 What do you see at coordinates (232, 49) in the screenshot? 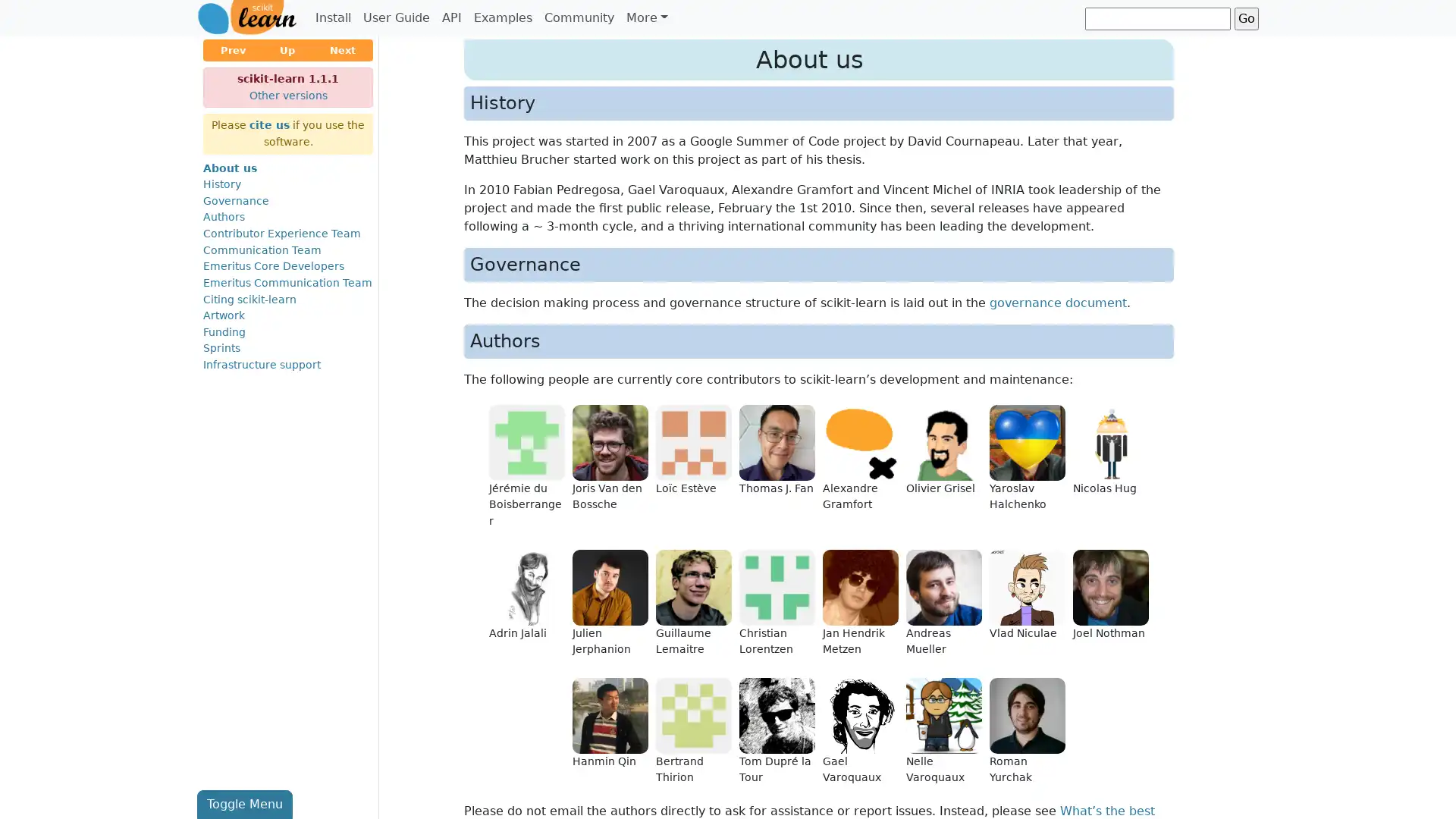
I see `Prev` at bounding box center [232, 49].